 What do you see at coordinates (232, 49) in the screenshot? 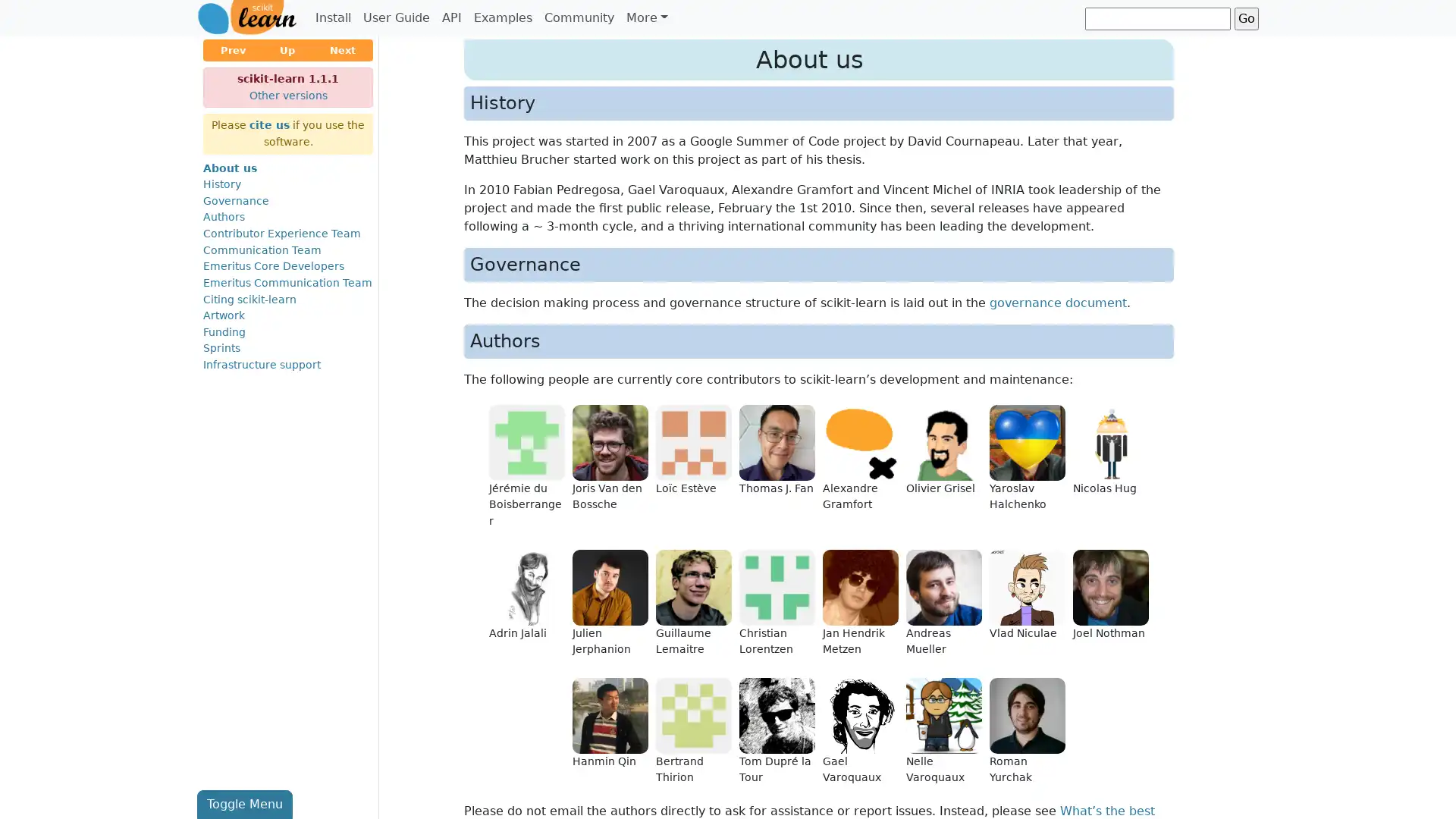
I see `Prev` at bounding box center [232, 49].